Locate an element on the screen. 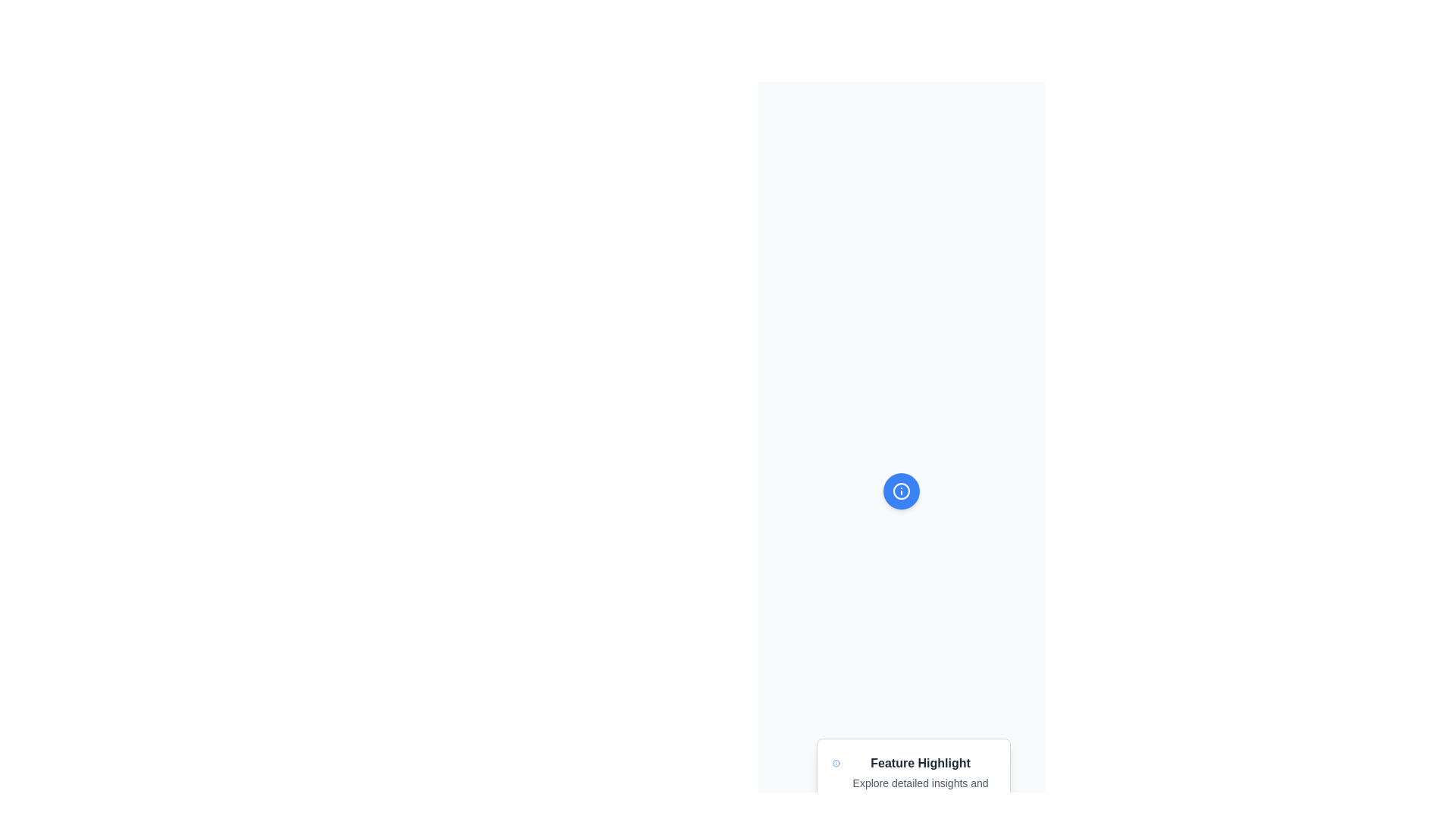 This screenshot has width=1456, height=819. the information indicator icon located at the top-left corner of the 'Feature Highlight' card, positioned to the left of the bold title text for additional details is located at coordinates (836, 763).